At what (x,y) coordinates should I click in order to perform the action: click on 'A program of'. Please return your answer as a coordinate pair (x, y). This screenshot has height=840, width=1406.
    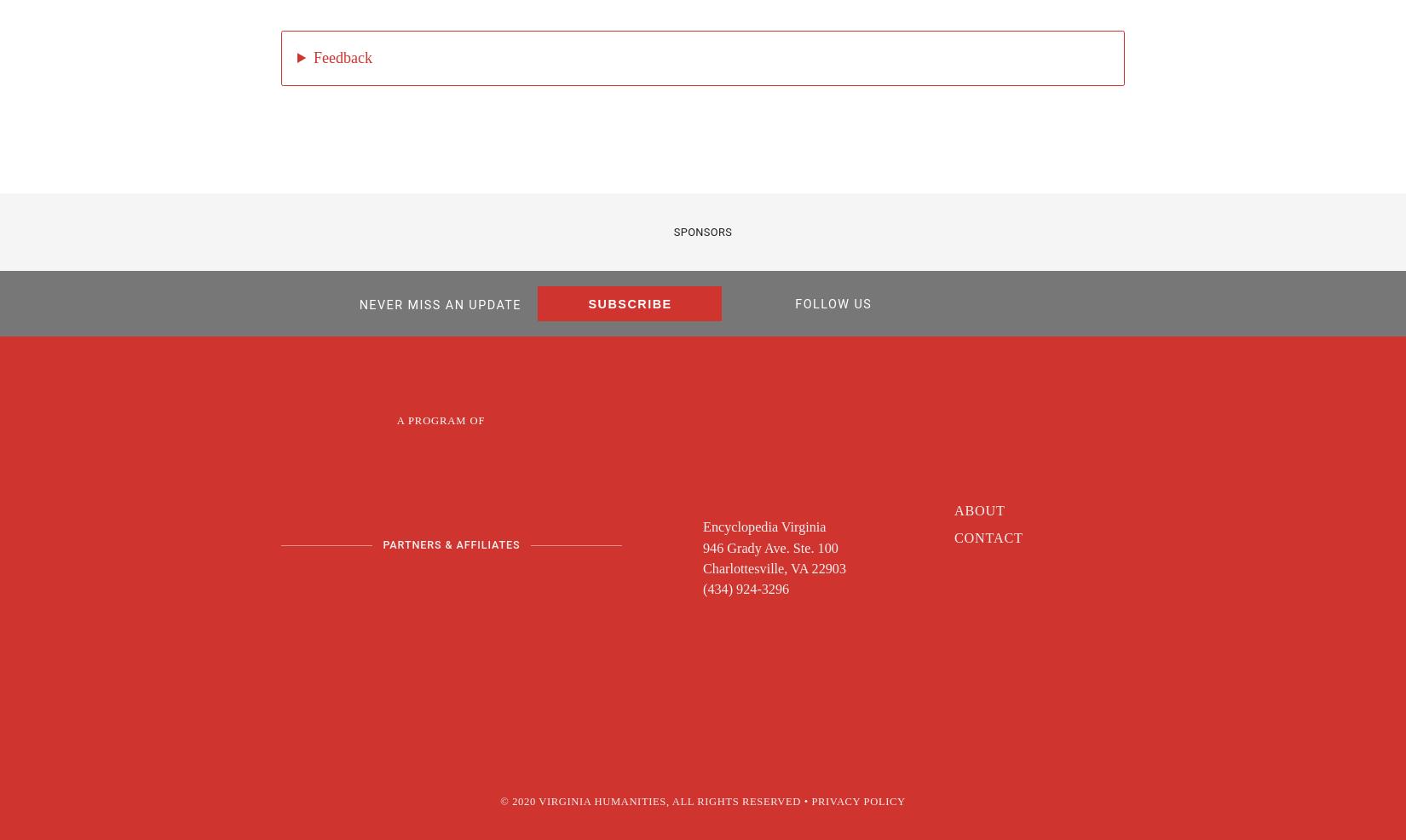
    Looking at the image, I should click on (439, 420).